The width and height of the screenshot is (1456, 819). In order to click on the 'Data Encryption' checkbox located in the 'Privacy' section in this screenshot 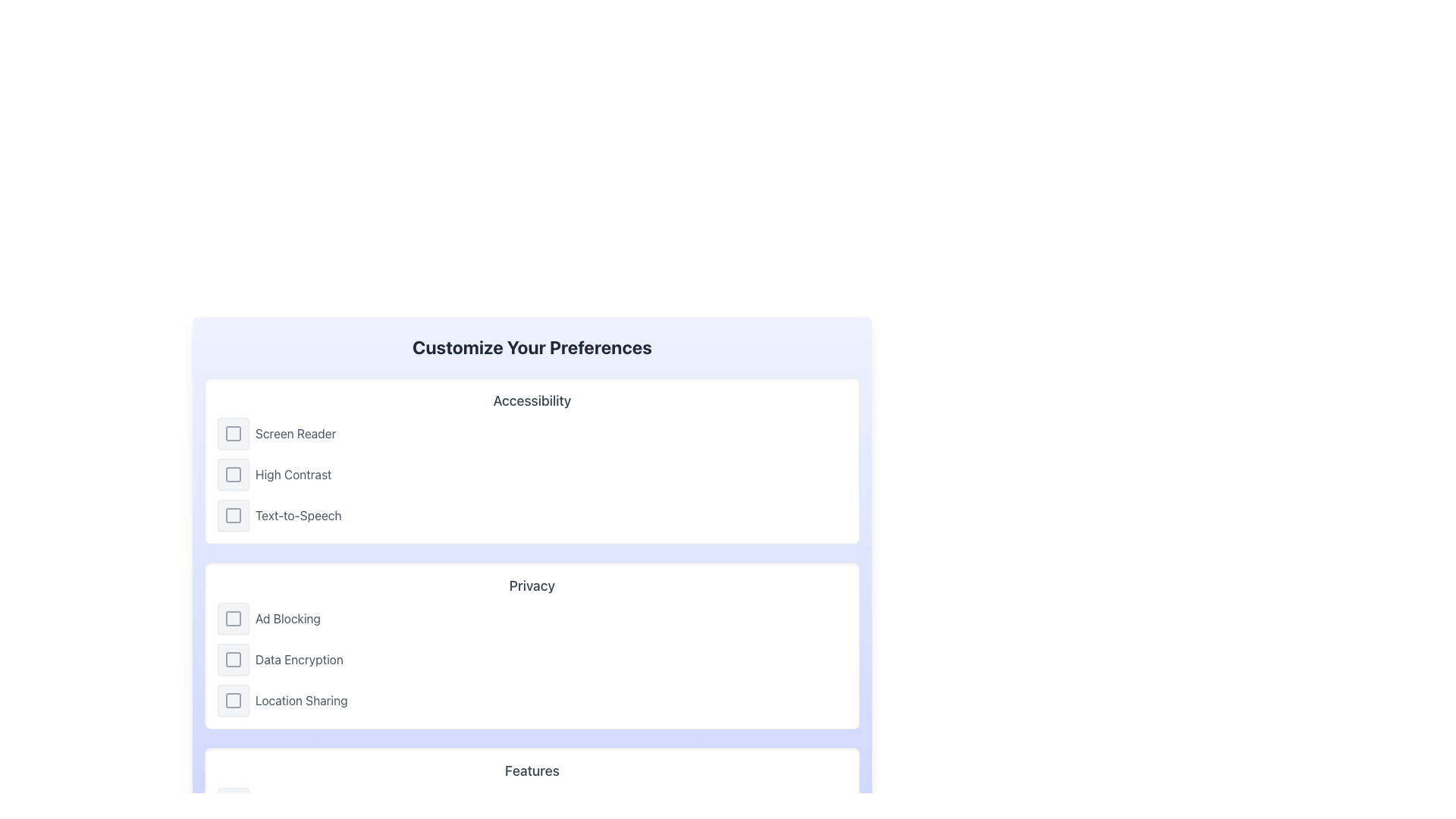, I will do `click(232, 659)`.